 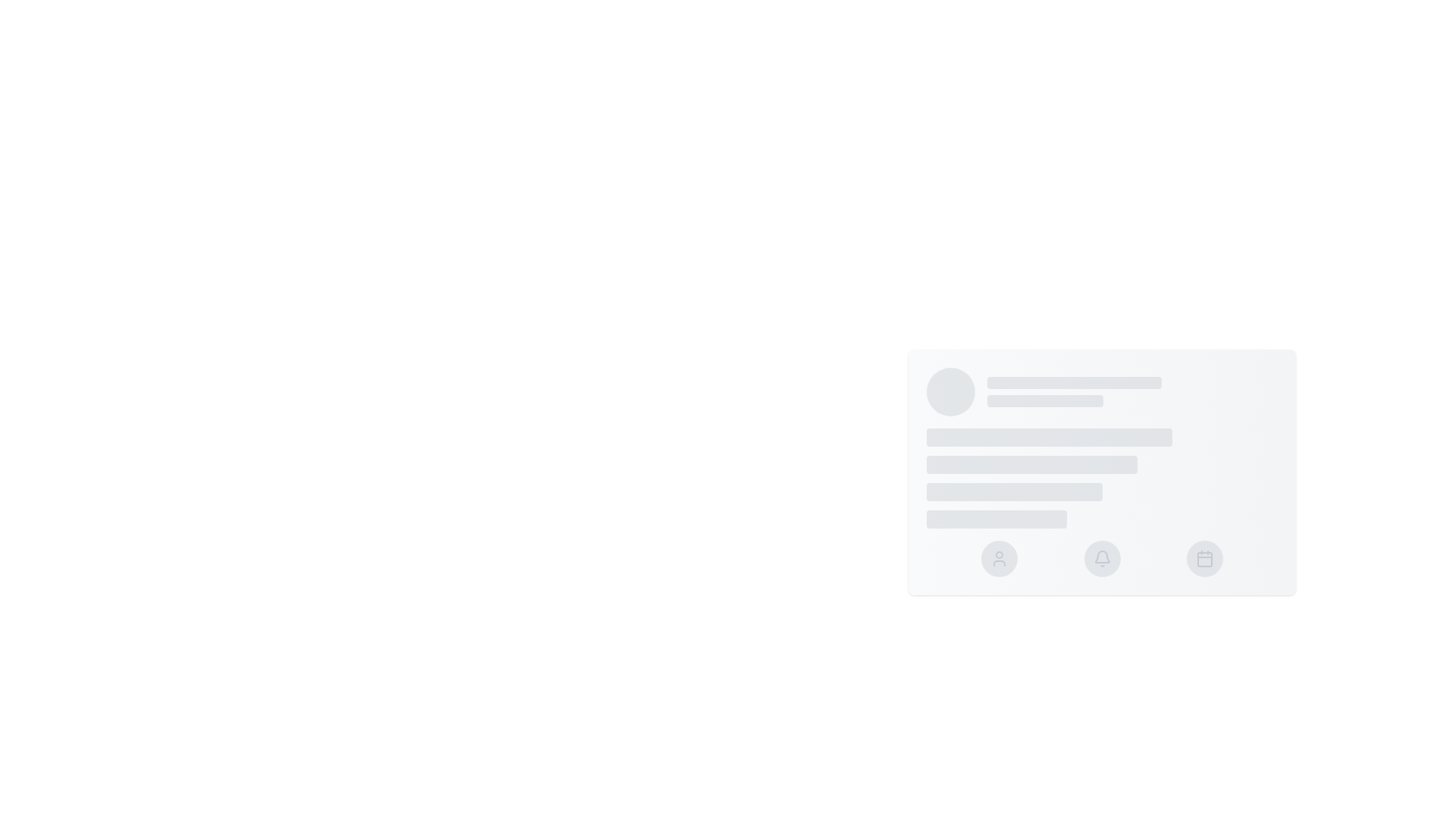 I want to click on the right-side icon button located at the bottom of the rectangular card interface, so click(x=1204, y=558).